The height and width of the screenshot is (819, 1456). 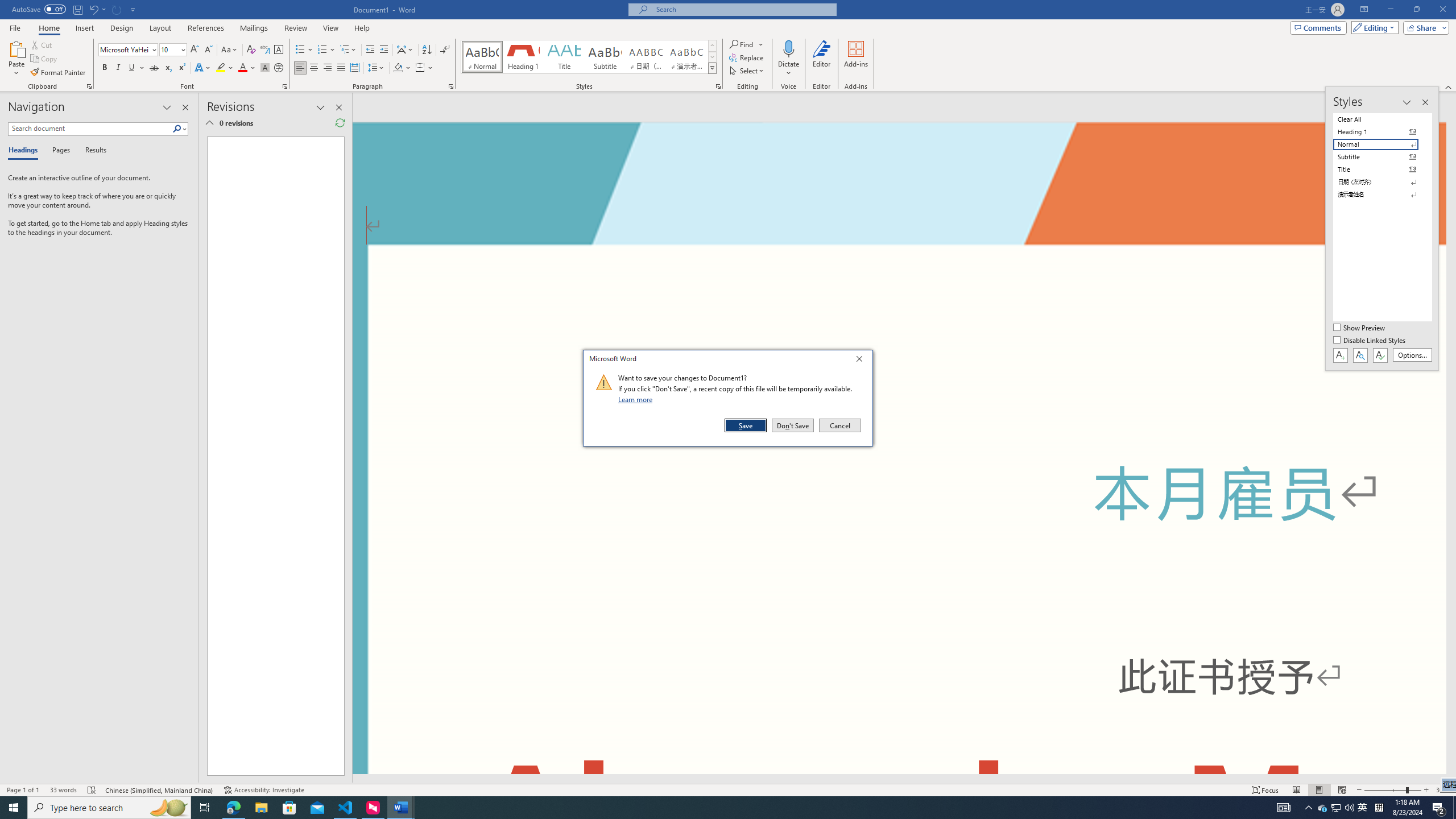 I want to click on 'Superscript', so click(x=180, y=67).